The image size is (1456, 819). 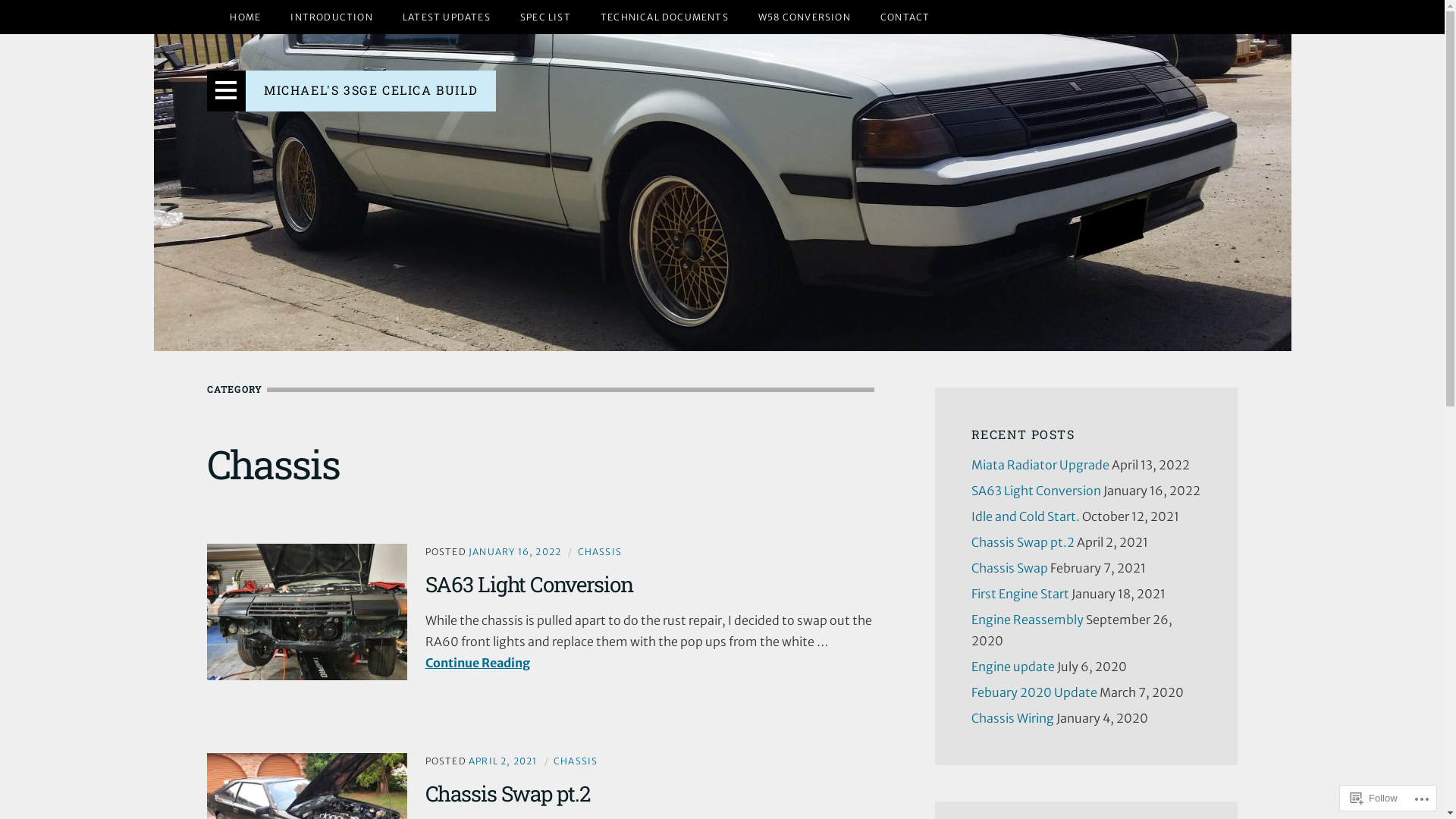 What do you see at coordinates (866, 17) in the screenshot?
I see `'CONTACT'` at bounding box center [866, 17].